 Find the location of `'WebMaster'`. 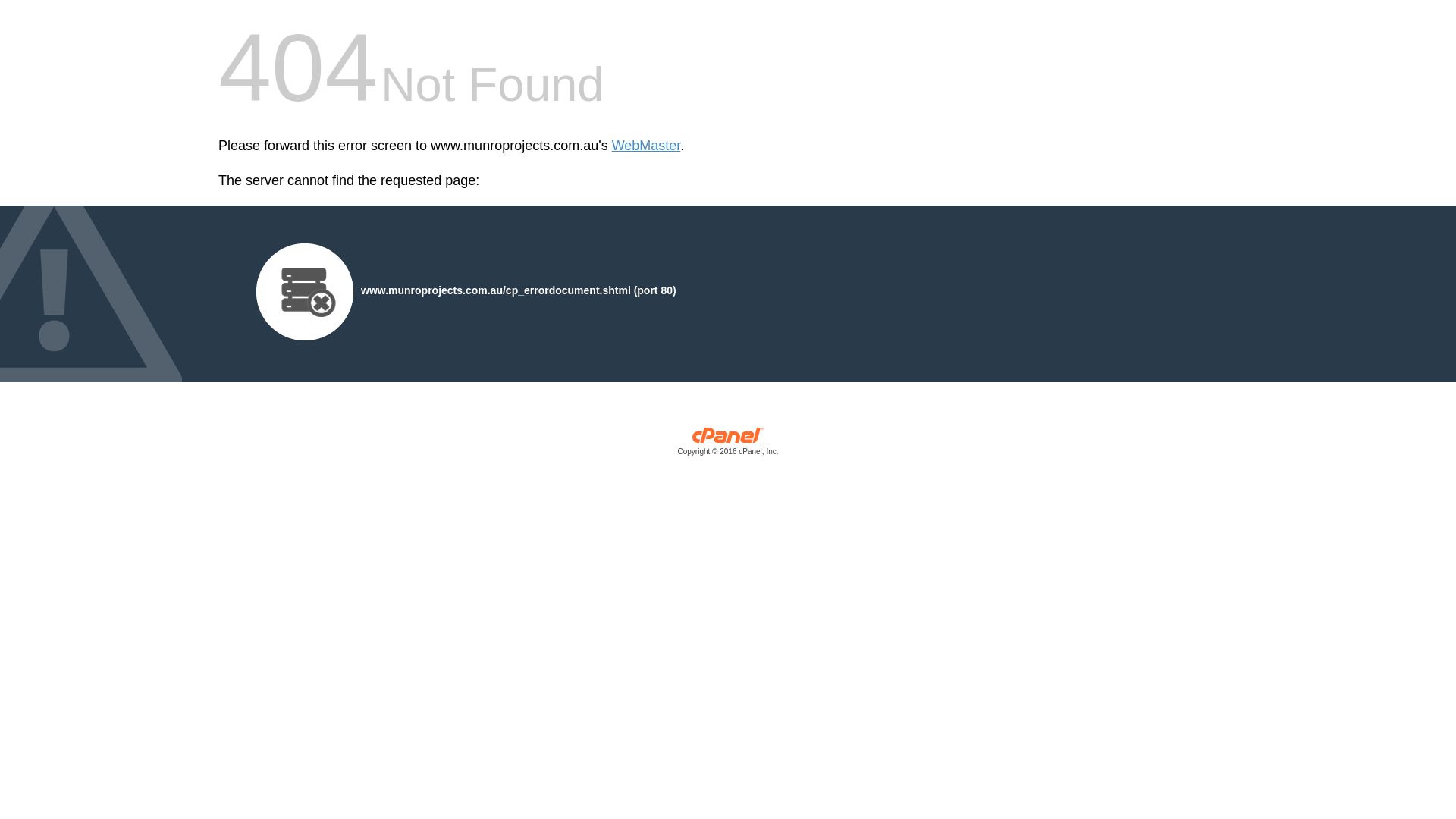

'WebMaster' is located at coordinates (646, 146).